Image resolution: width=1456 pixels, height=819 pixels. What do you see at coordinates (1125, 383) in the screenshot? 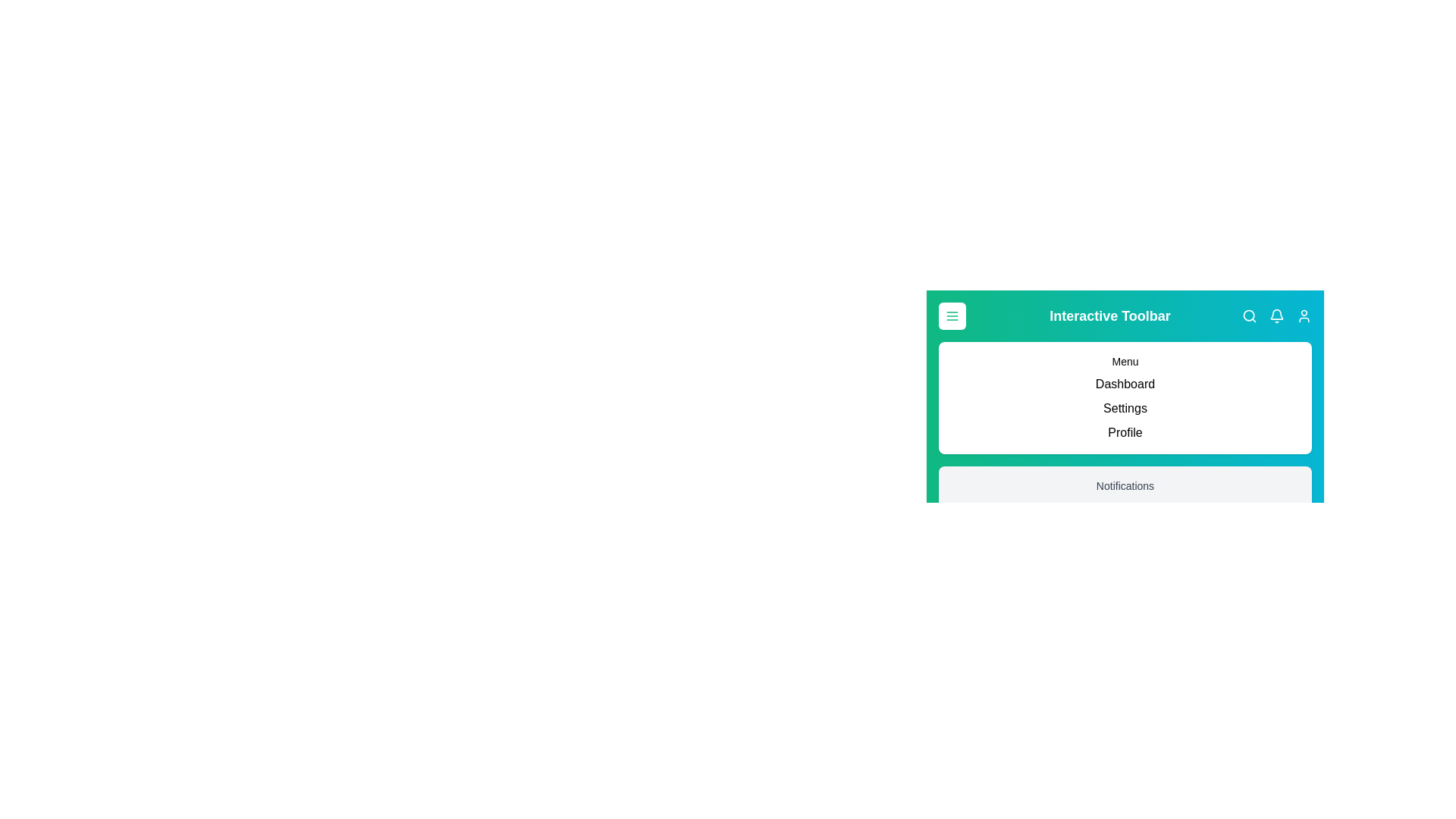
I see `the menu item Dashboard to navigate to the respective section` at bounding box center [1125, 383].